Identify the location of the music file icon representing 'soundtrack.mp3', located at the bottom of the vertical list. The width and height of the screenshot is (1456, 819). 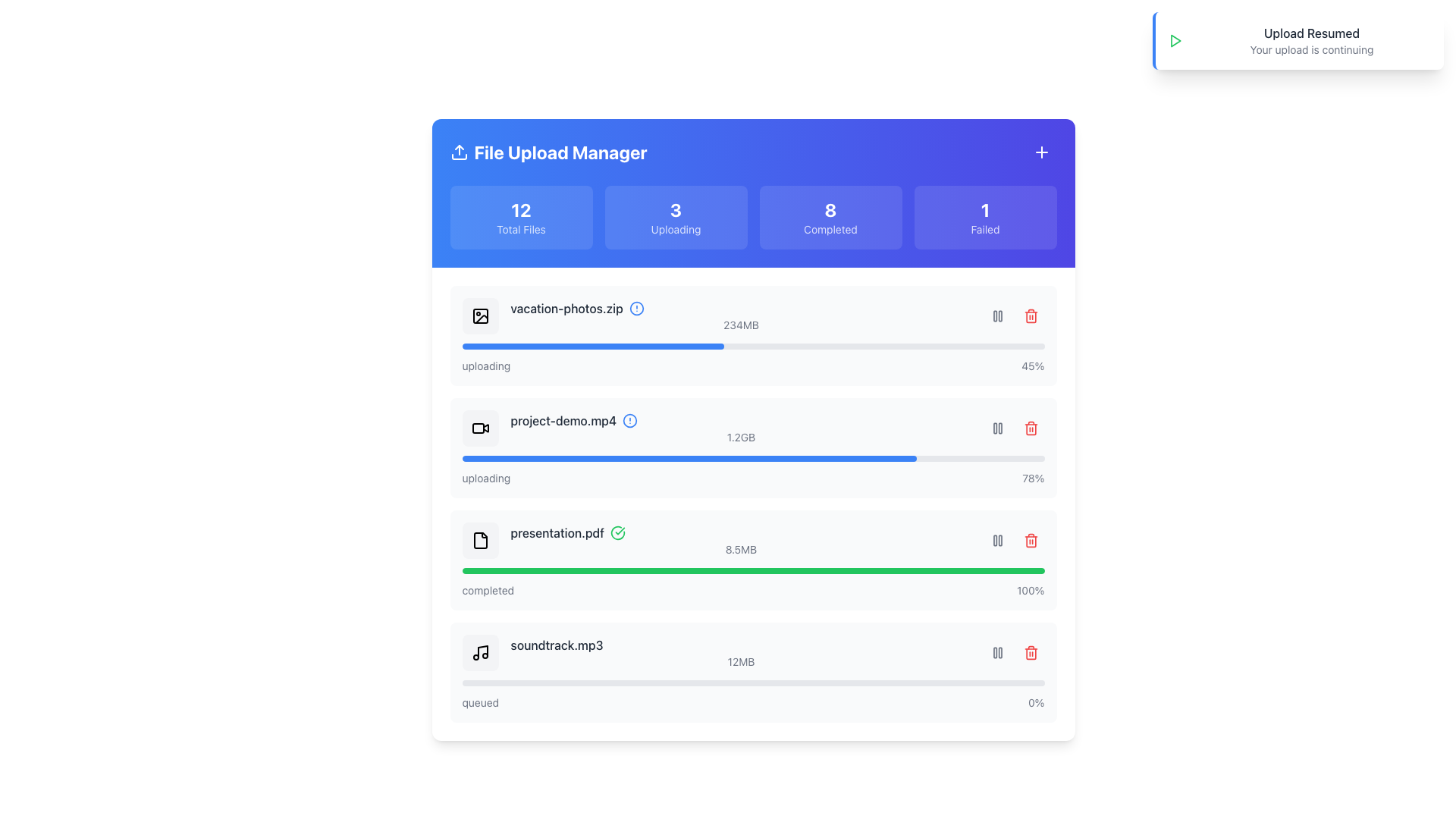
(479, 651).